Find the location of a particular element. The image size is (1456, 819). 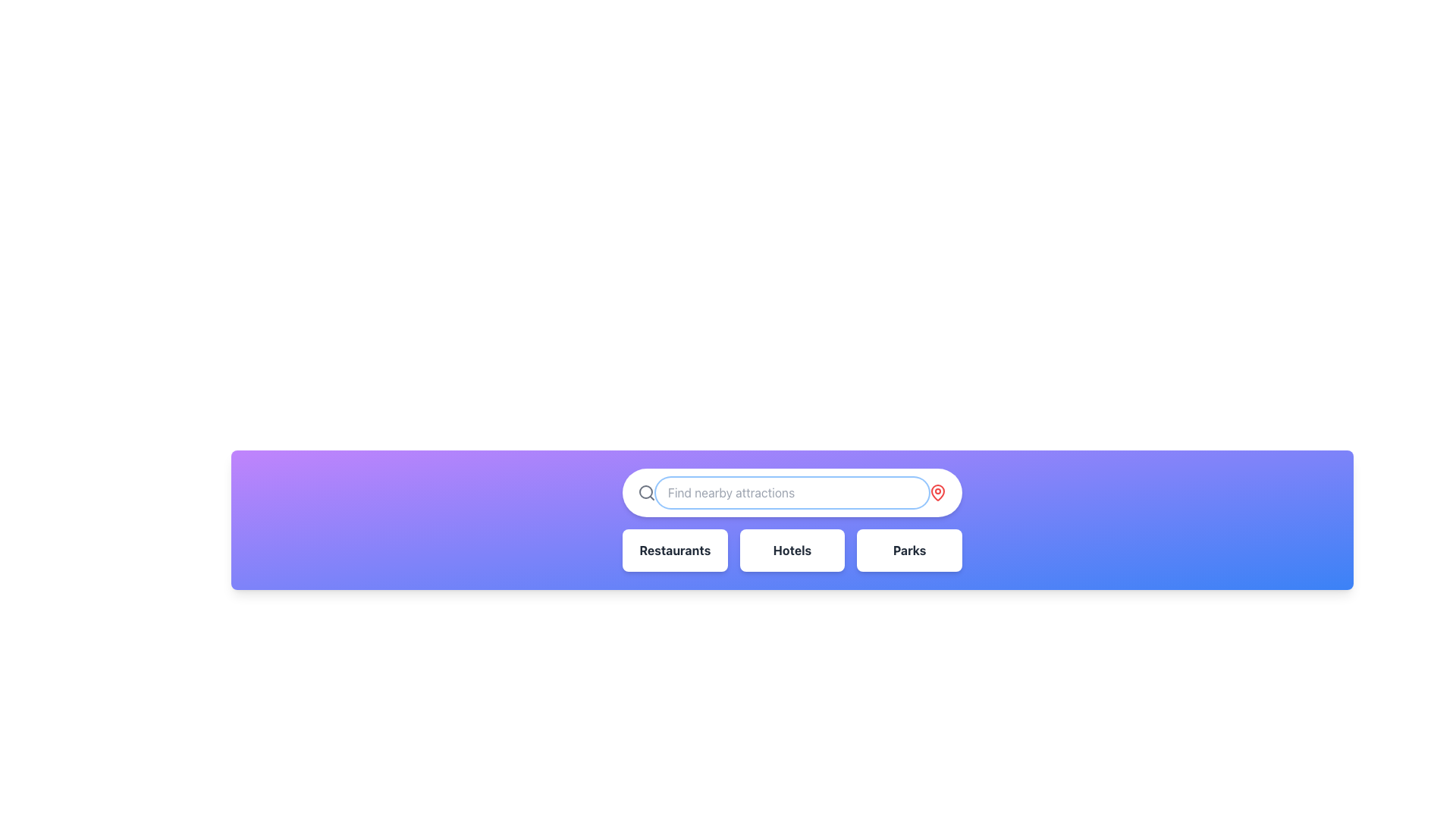

the 'Hotels' button, which is a rectangular component with rounded corners and bold dark gray text on a white background, positioned below the search bar and is the second button in a row of three components is located at coordinates (792, 550).